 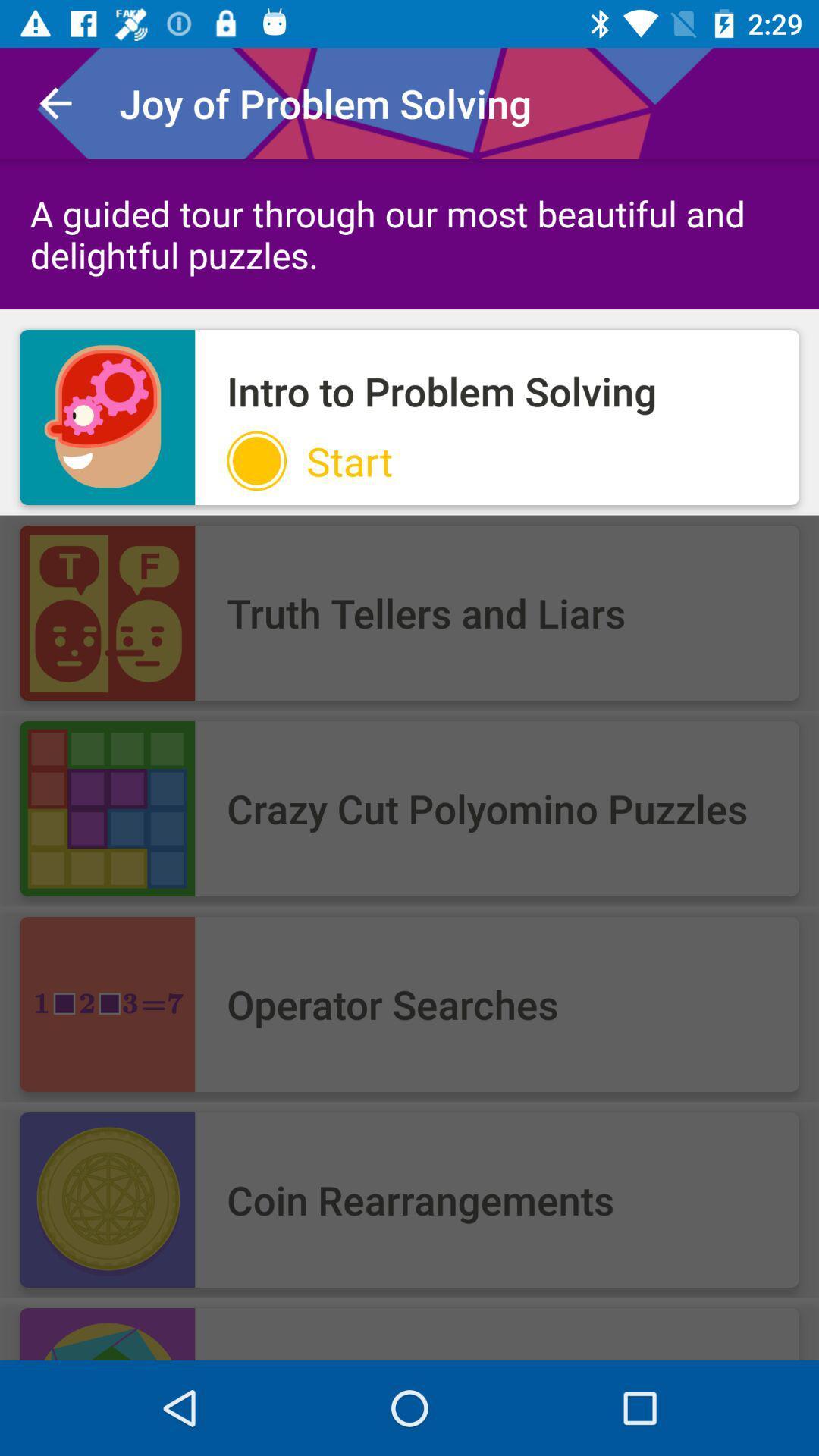 What do you see at coordinates (55, 102) in the screenshot?
I see `item to the left of joy of problem icon` at bounding box center [55, 102].